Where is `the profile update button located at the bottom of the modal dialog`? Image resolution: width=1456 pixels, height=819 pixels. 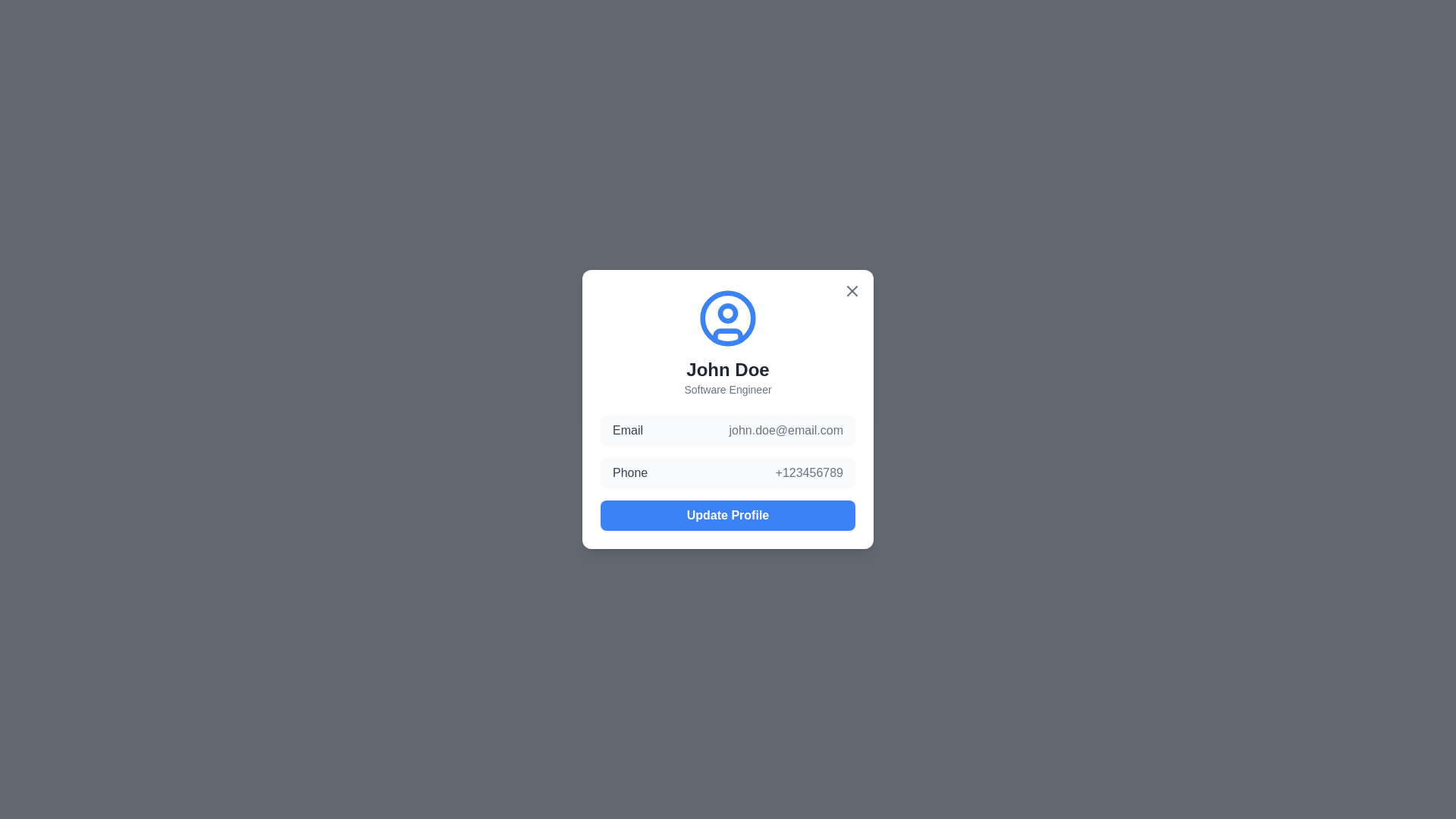
the profile update button located at the bottom of the modal dialog is located at coordinates (728, 514).